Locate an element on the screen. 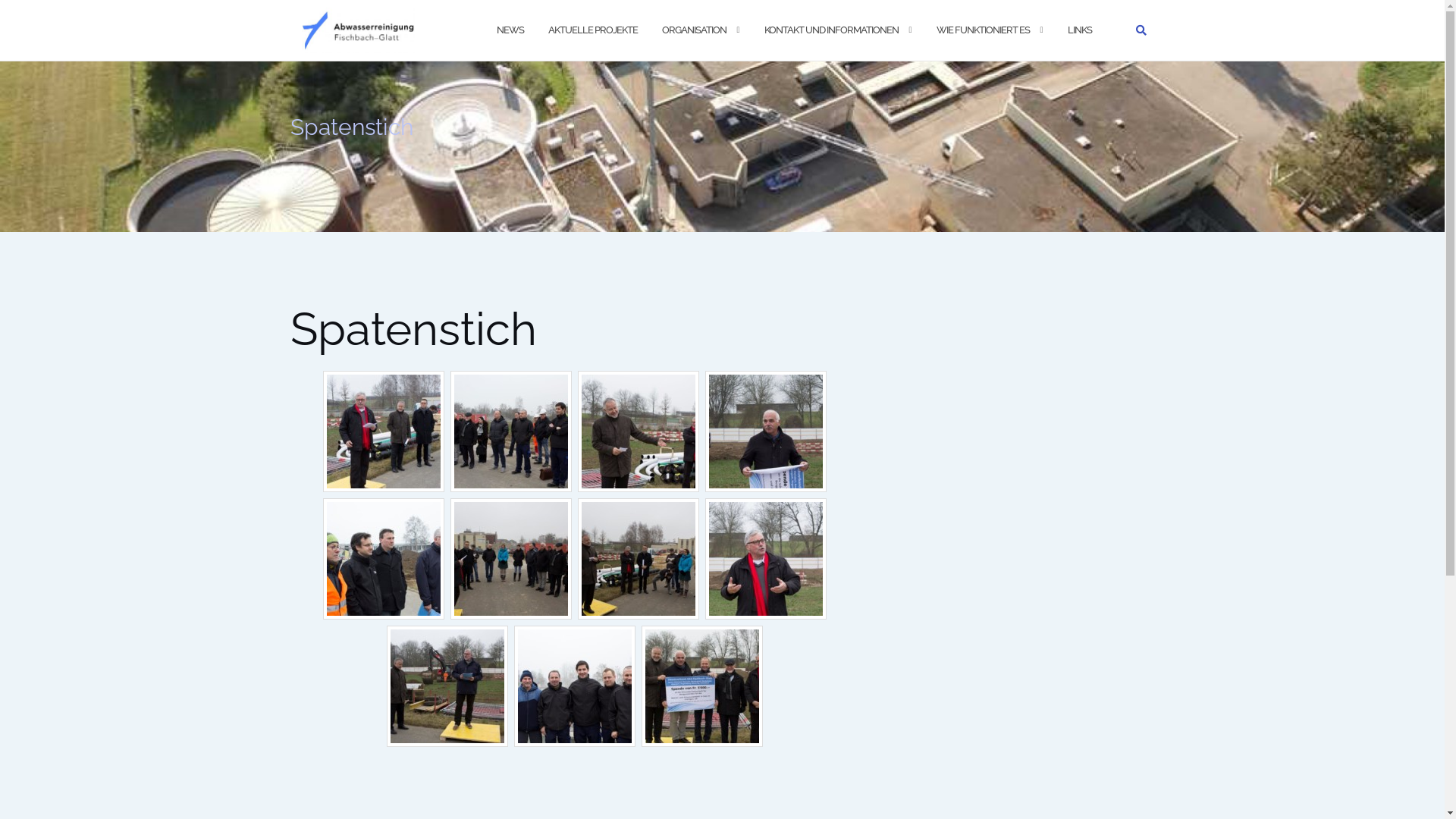  'LINKS' is located at coordinates (1079, 30).